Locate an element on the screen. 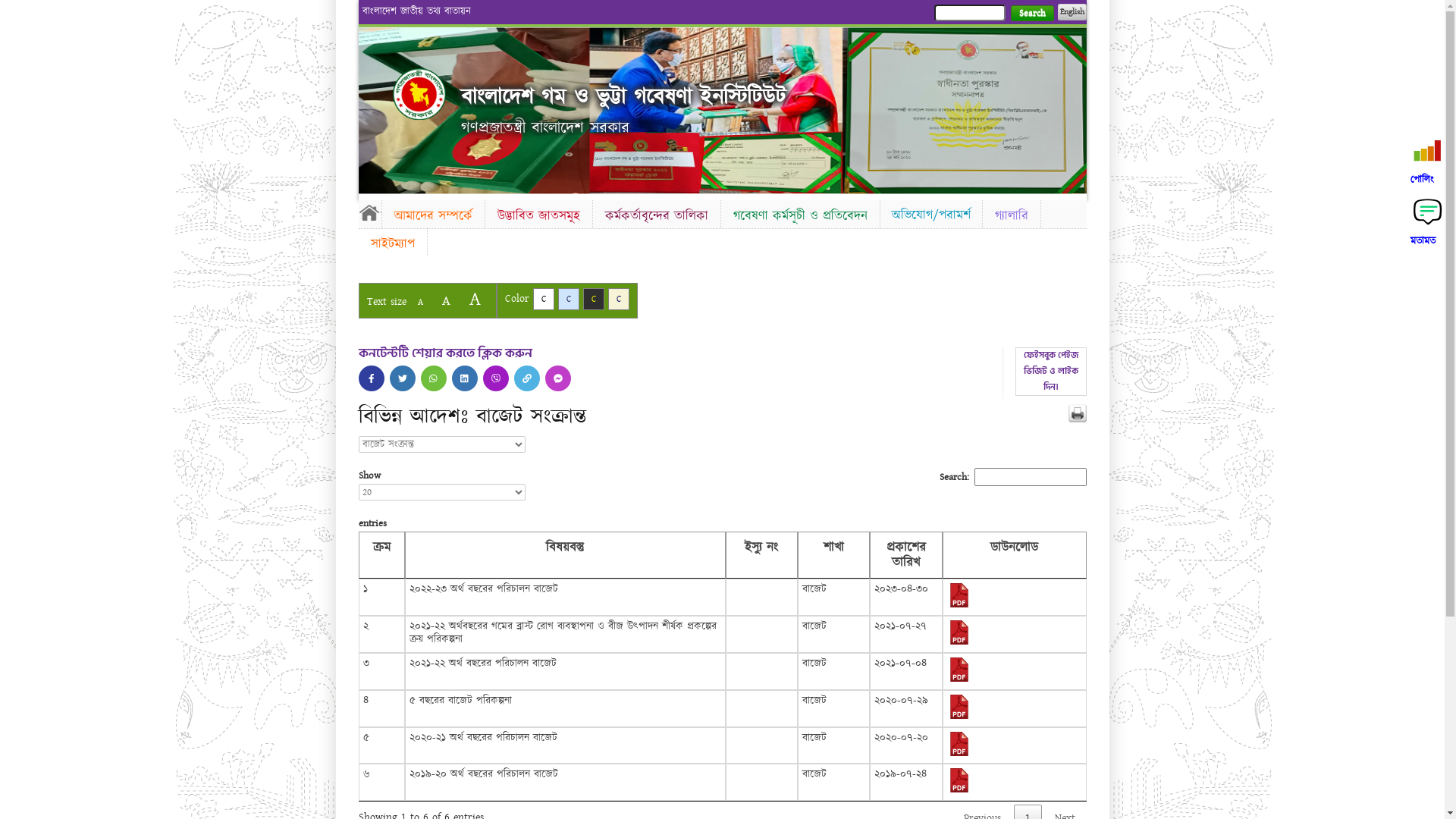  'C' is located at coordinates (619, 299).